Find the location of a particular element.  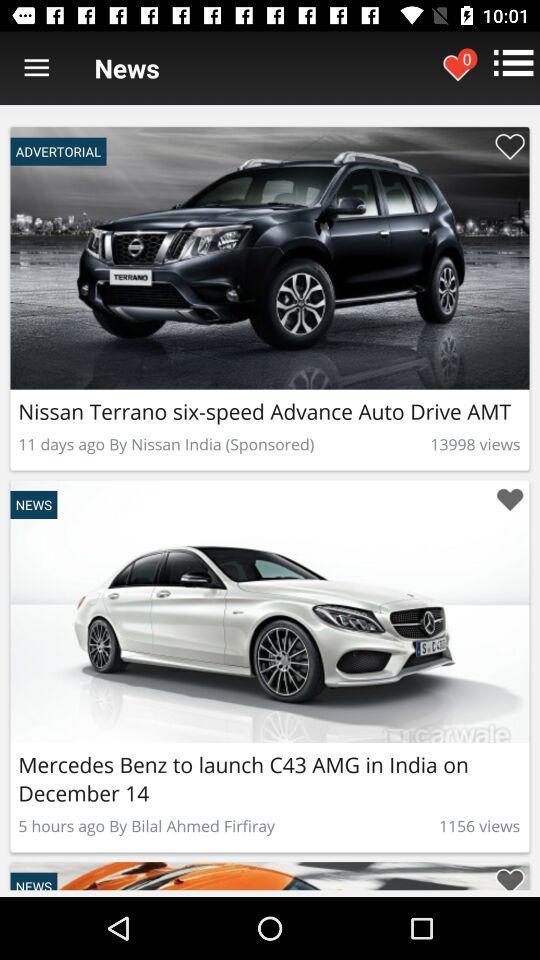

heart this car is located at coordinates (509, 145).